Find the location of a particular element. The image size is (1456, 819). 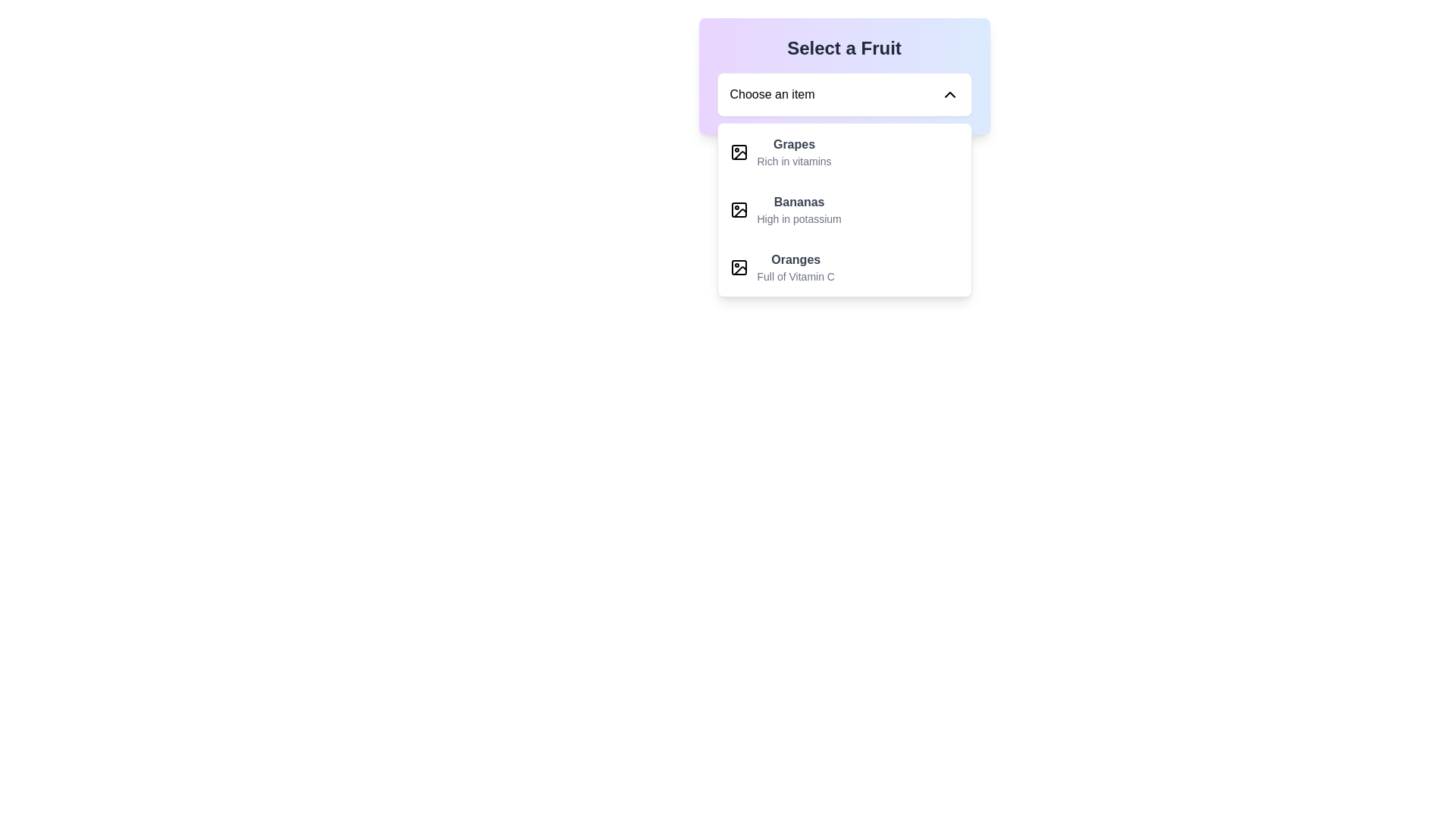

the 'Oranges' icon in the dropdown menu, which is located to the left of the text 'Oranges' and 'Full of Vitamin C'. This icon is the third in the sequence, following the icons for 'Grapes' and 'Bananas' is located at coordinates (743, 267).